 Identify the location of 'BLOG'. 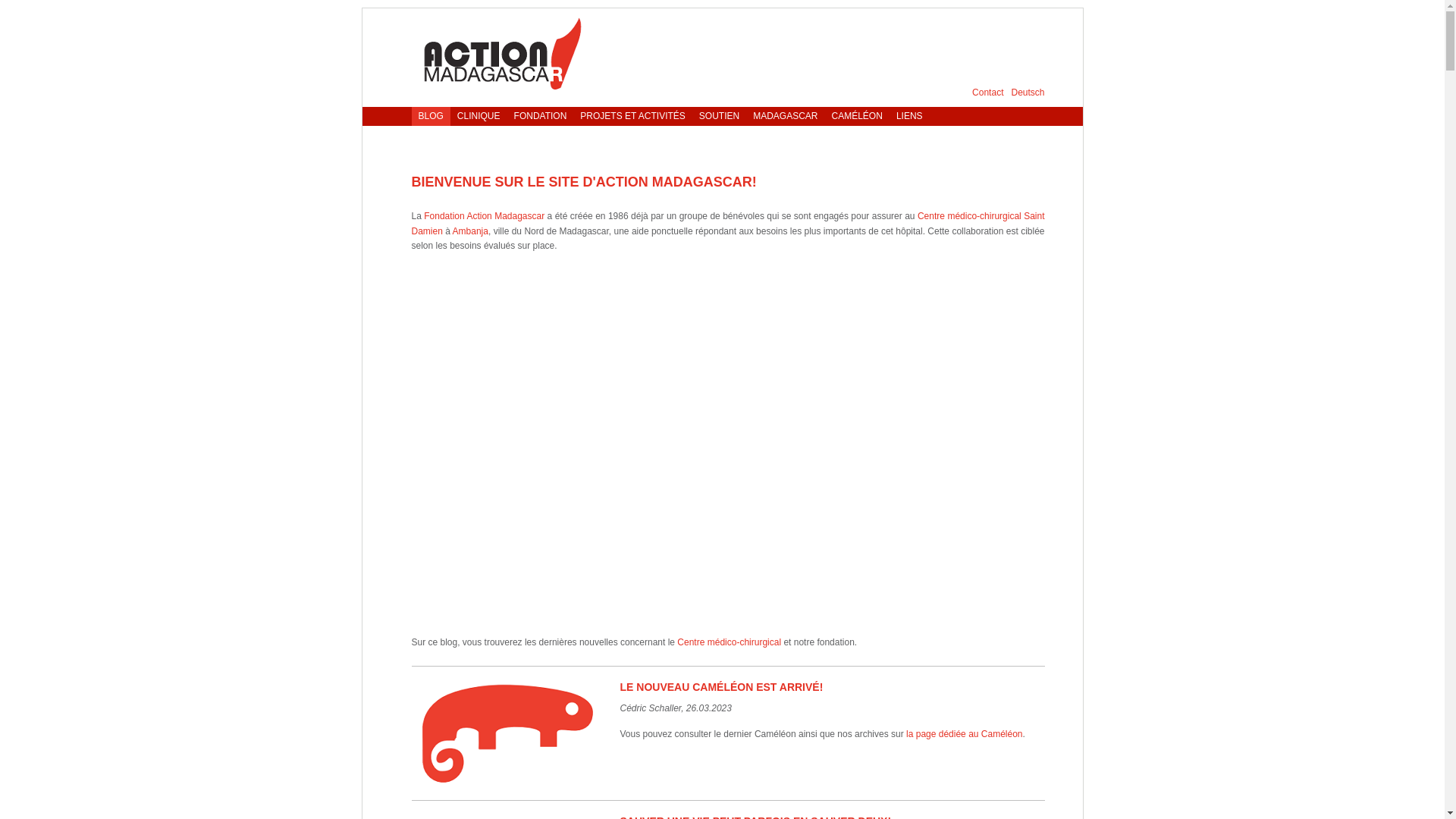
(429, 115).